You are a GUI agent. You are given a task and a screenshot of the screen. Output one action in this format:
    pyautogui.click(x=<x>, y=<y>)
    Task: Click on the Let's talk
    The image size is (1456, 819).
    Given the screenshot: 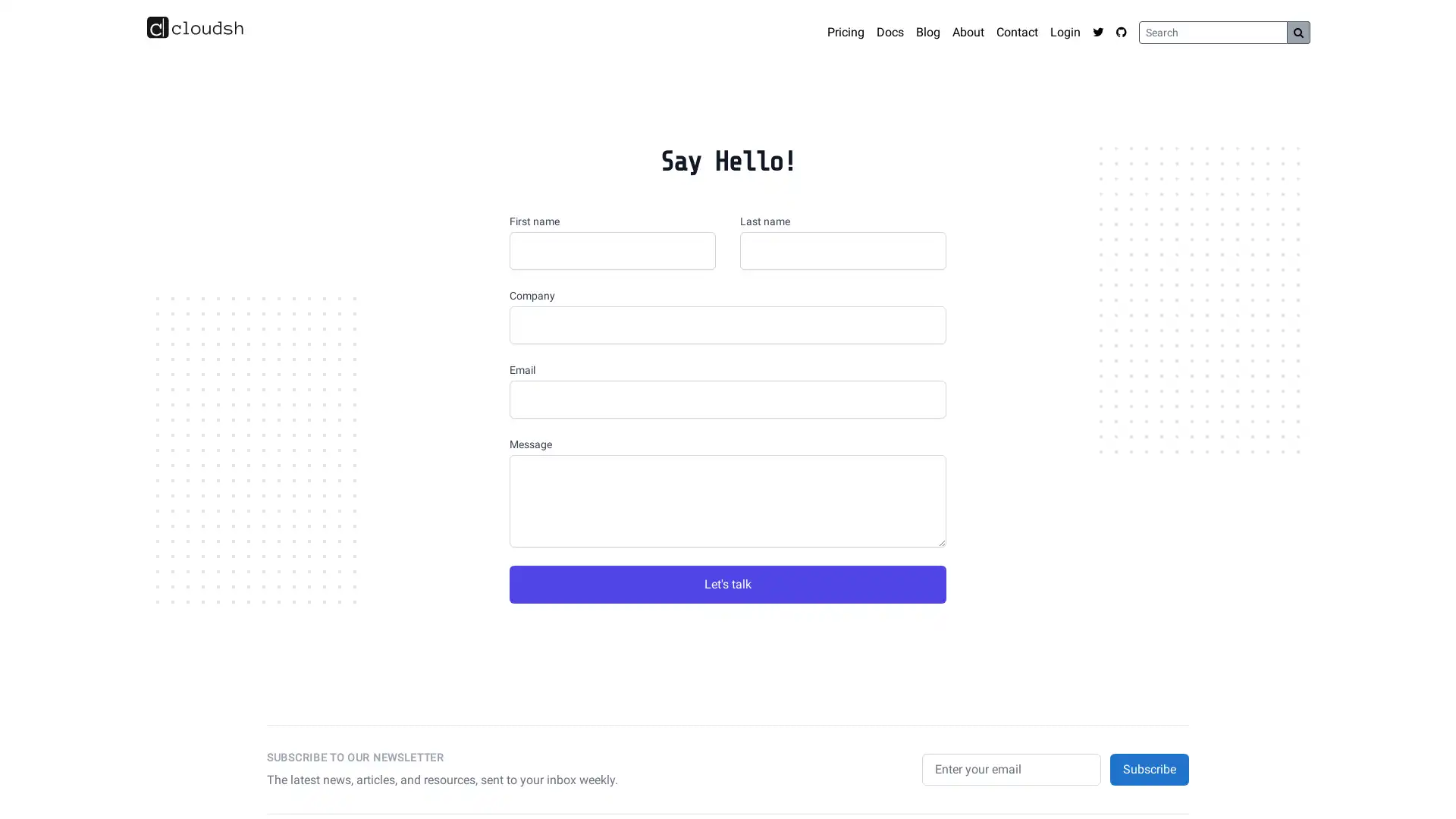 What is the action you would take?
    pyautogui.click(x=728, y=584)
    